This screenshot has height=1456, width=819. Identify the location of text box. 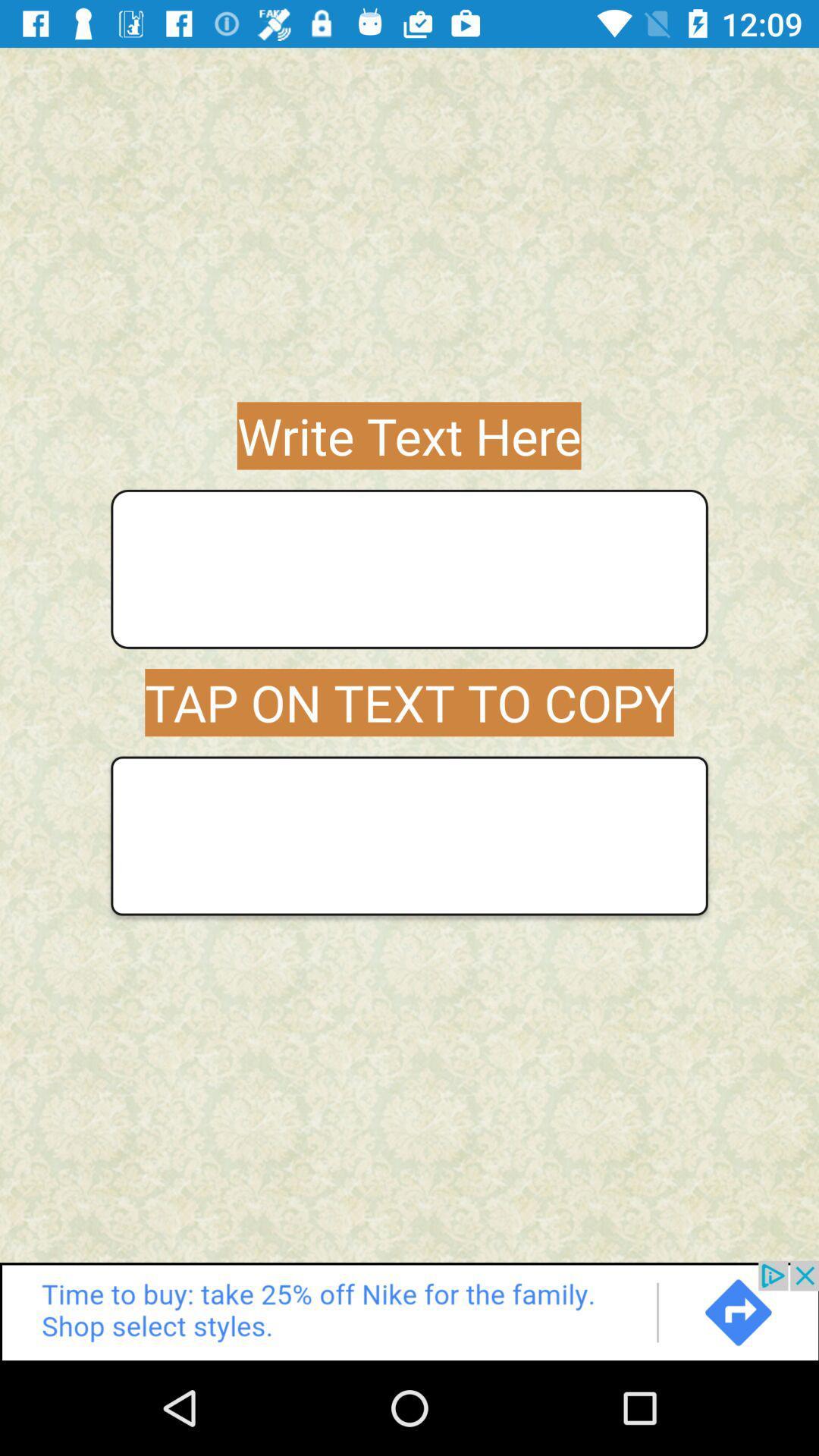
(409, 568).